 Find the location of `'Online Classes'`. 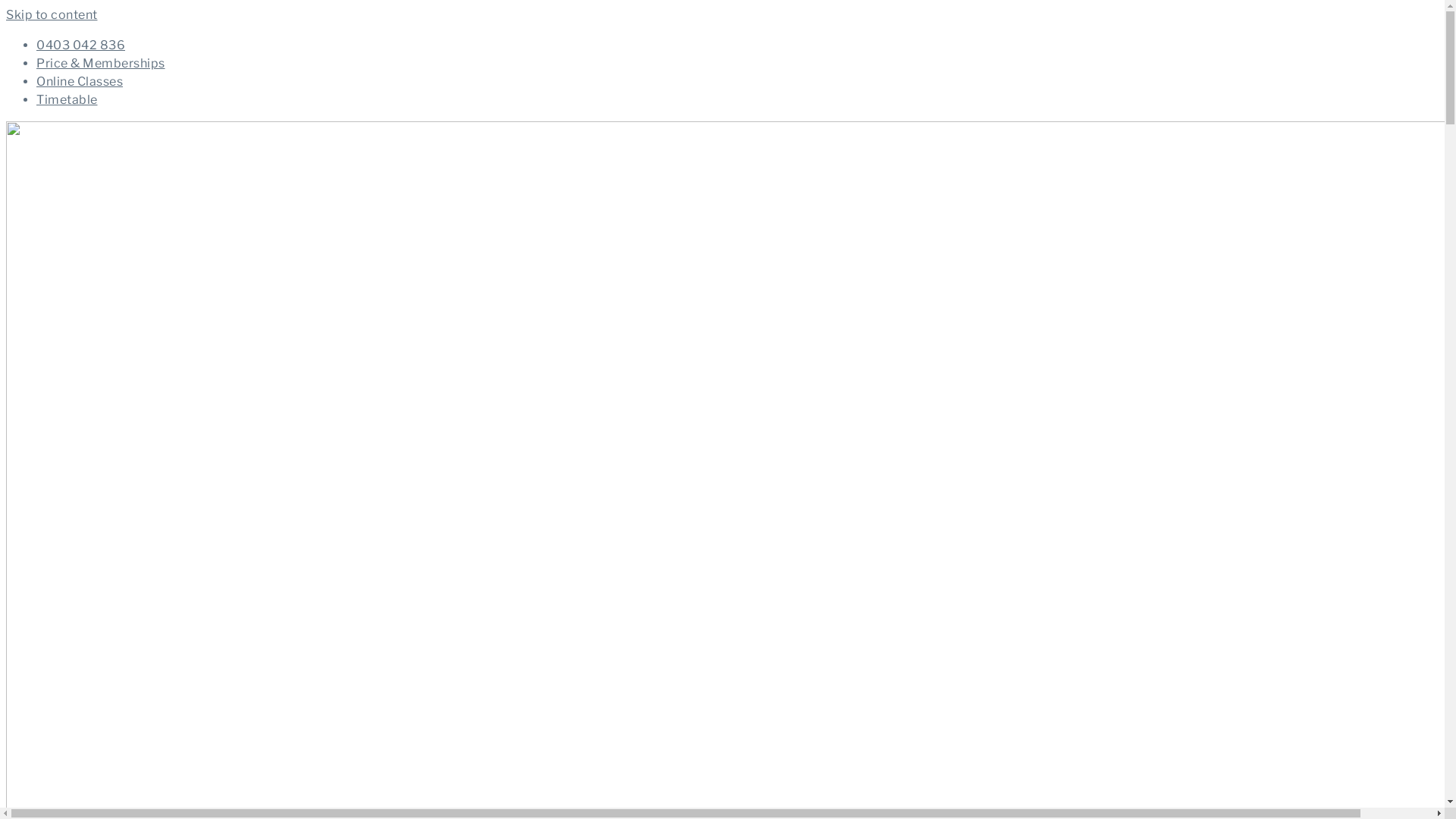

'Online Classes' is located at coordinates (36, 81).